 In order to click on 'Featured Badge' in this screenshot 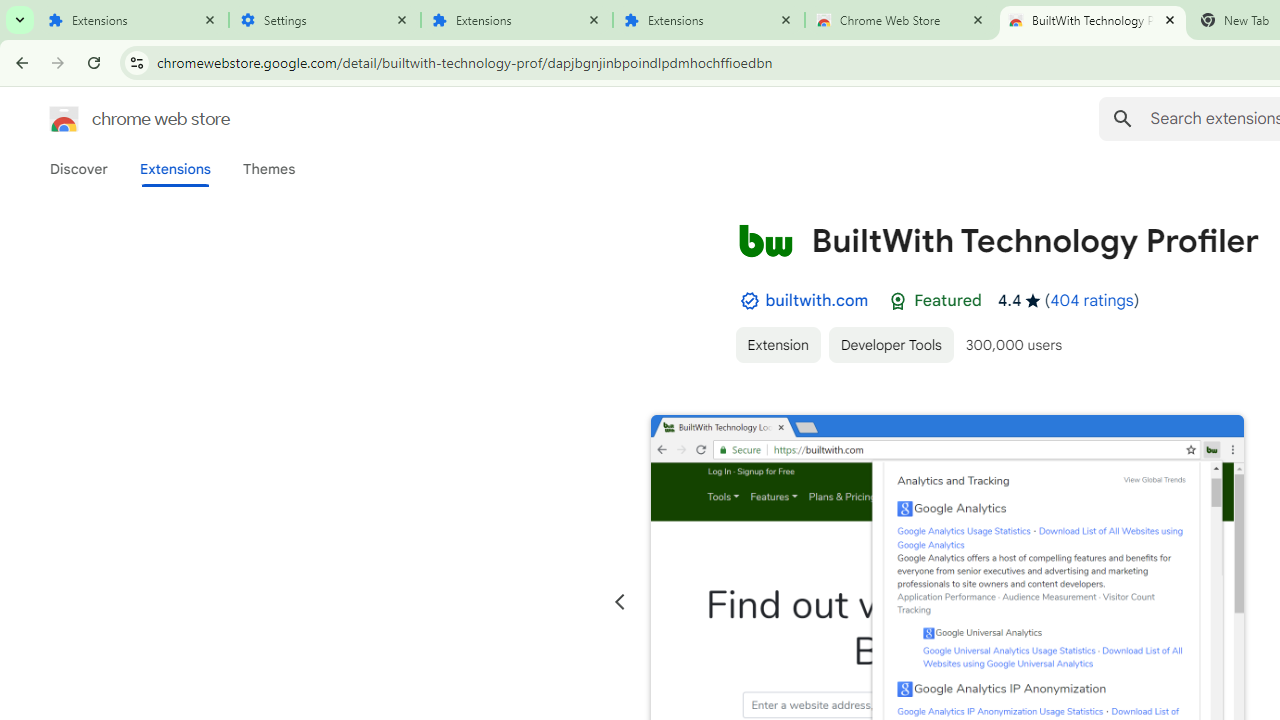, I will do `click(897, 301)`.